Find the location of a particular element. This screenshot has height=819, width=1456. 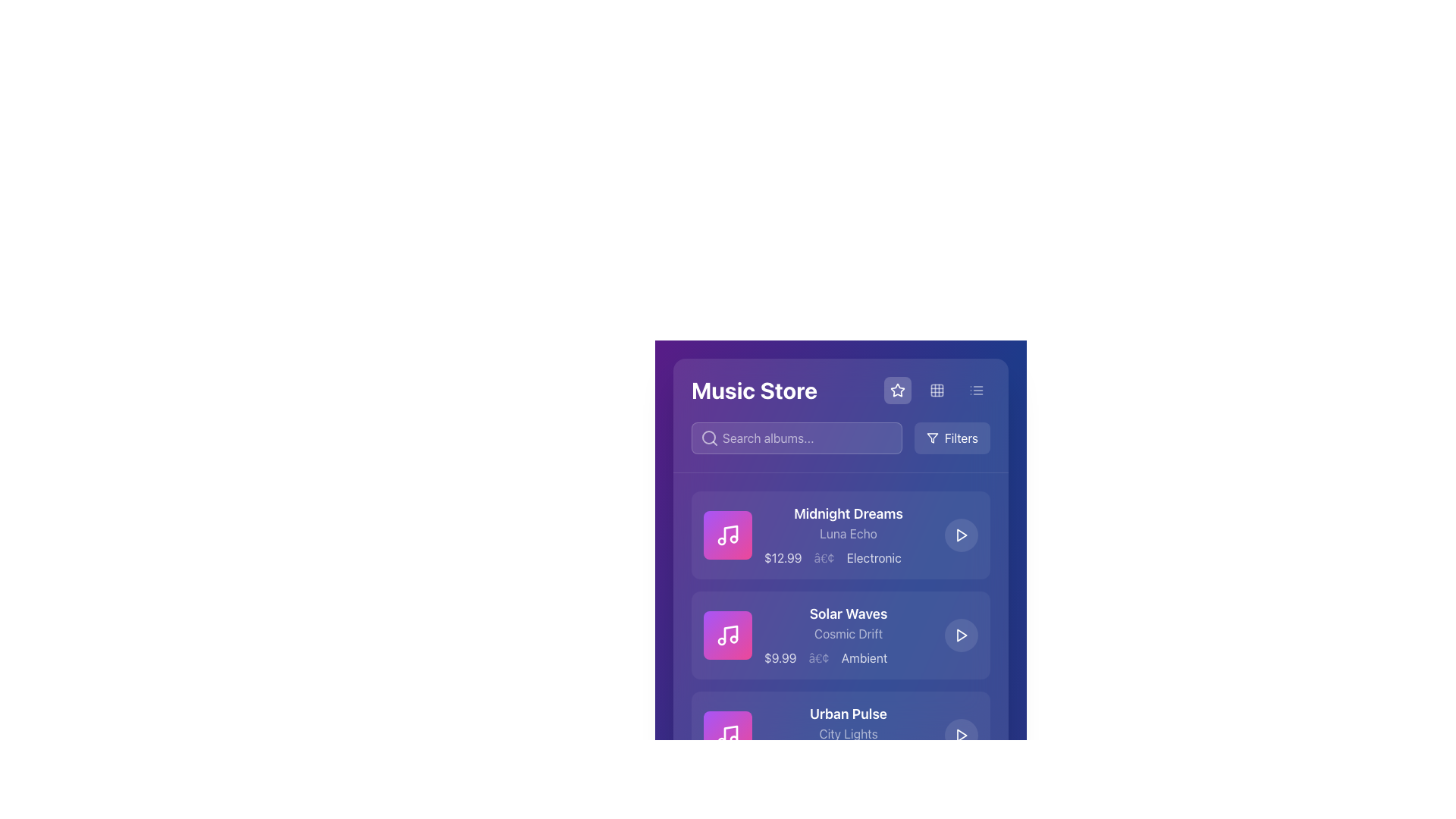

the circular playback button located in the top-right corner of the 'Midnight Dreams' album card to observe its hover effect is located at coordinates (960, 534).